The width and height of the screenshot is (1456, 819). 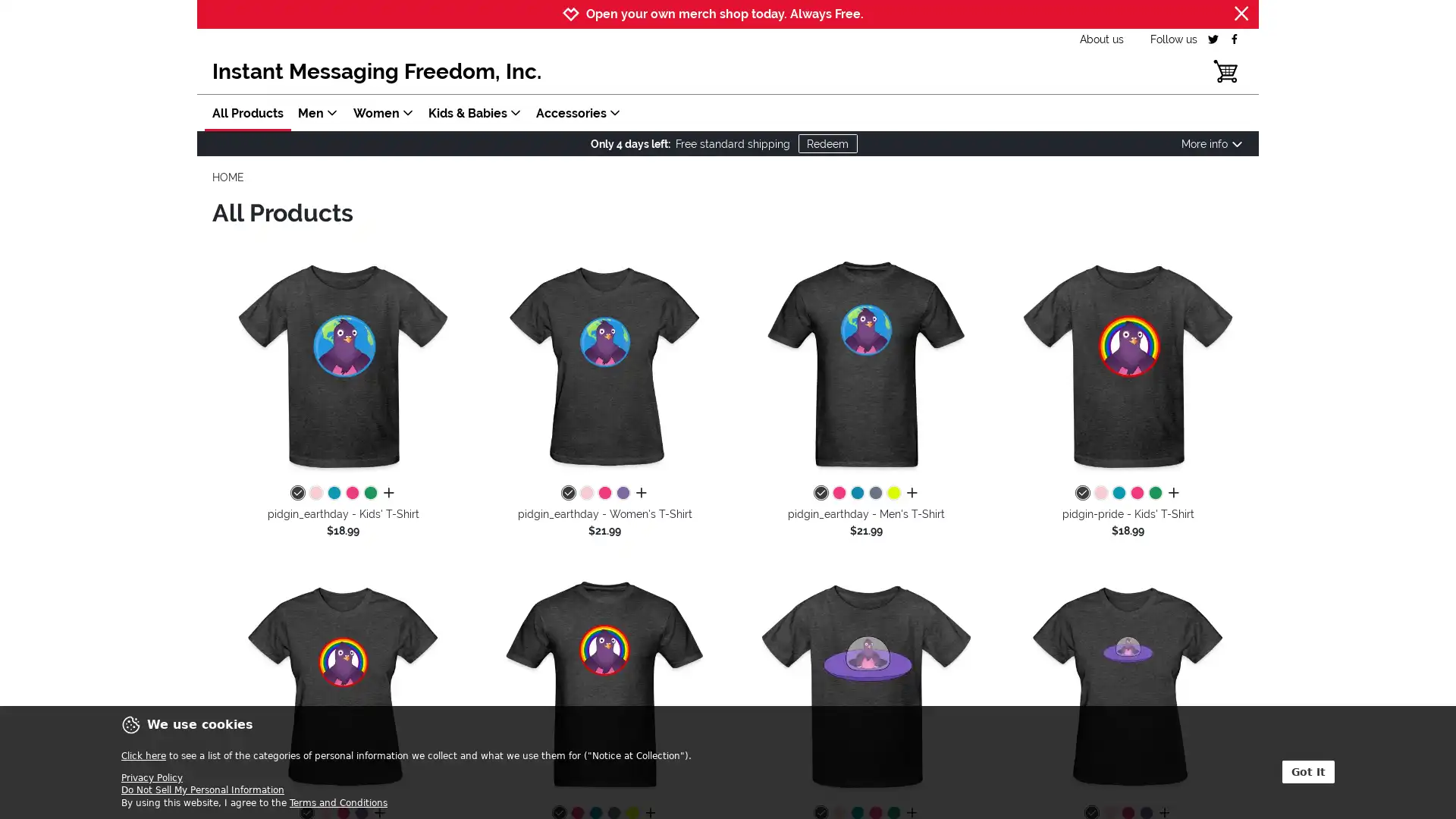 What do you see at coordinates (1128, 366) in the screenshot?
I see `pidgin-pride - Kids' T-Shirt` at bounding box center [1128, 366].